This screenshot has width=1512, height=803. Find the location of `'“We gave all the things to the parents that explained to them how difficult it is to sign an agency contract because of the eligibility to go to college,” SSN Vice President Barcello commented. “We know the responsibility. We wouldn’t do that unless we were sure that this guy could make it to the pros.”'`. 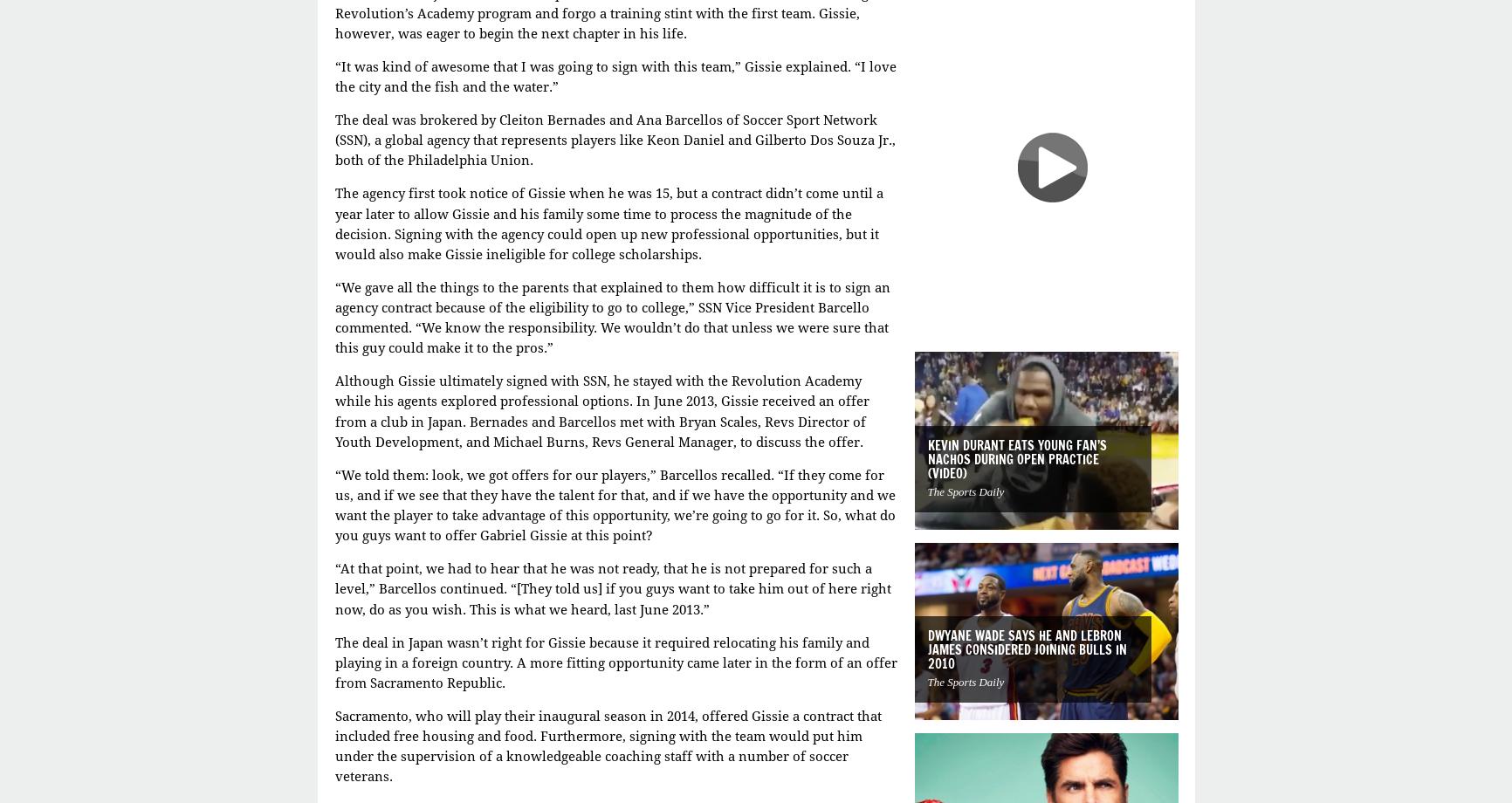

'“We gave all the things to the parents that explained to them how difficult it is to sign an agency contract because of the eligibility to go to college,” SSN Vice President Barcello commented. “We know the responsibility. We wouldn’t do that unless we were sure that this guy could make it to the pros.”' is located at coordinates (333, 317).